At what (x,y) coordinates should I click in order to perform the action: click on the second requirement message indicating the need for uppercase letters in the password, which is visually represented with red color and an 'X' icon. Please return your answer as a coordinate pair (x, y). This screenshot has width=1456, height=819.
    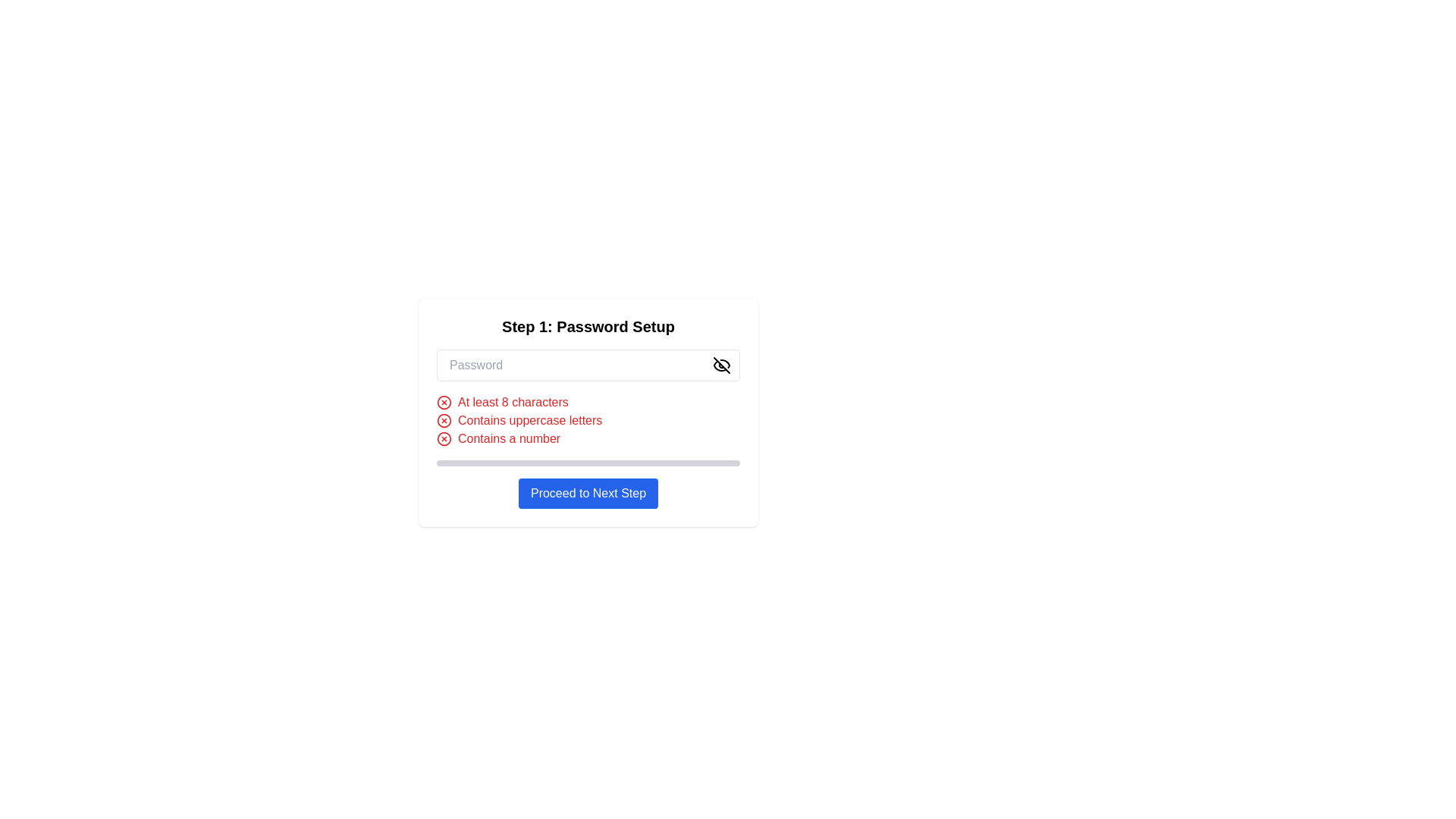
    Looking at the image, I should click on (588, 421).